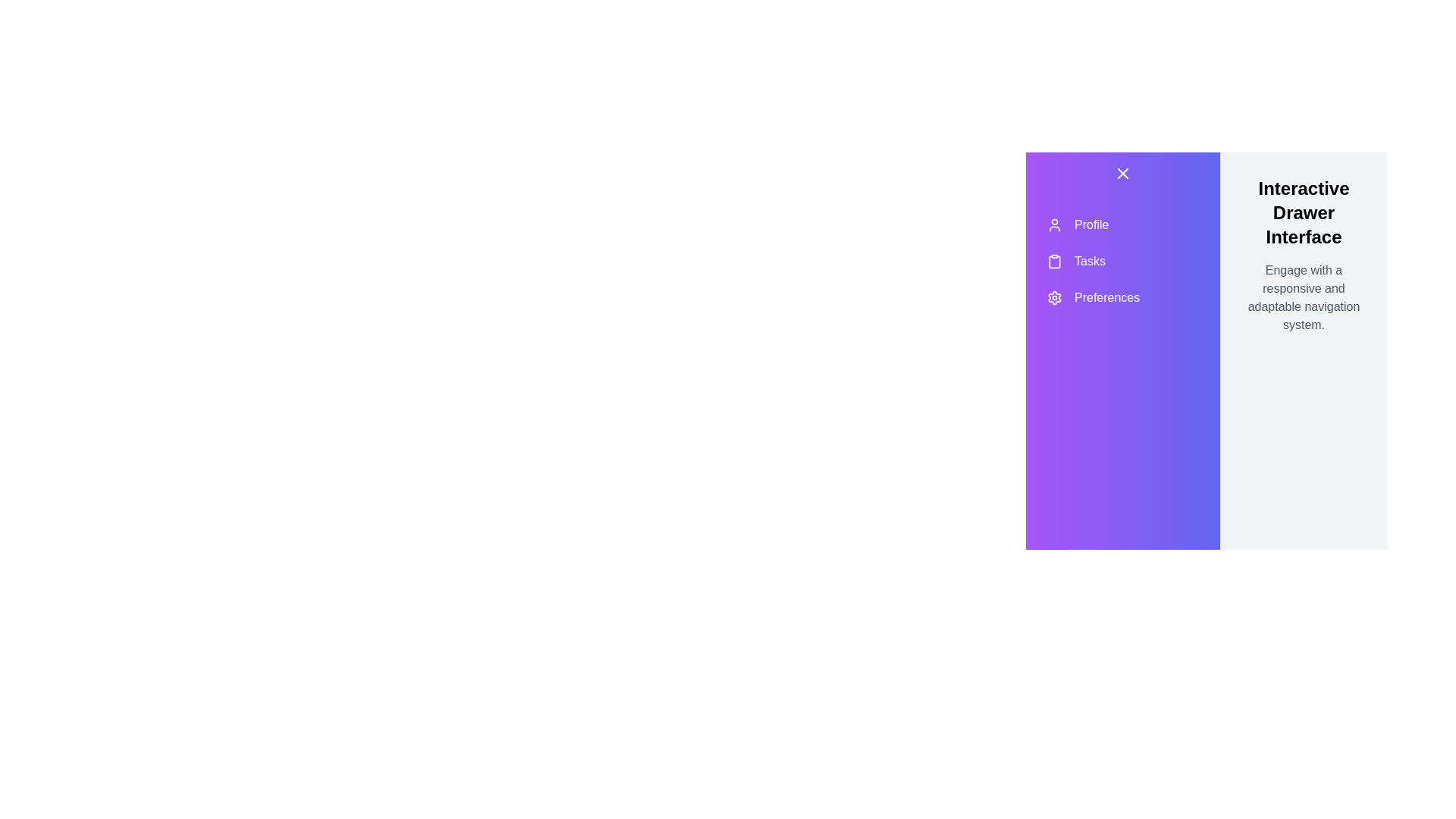 This screenshot has width=1456, height=819. What do you see at coordinates (1123, 298) in the screenshot?
I see `the menu item Preferences from the sidebar` at bounding box center [1123, 298].